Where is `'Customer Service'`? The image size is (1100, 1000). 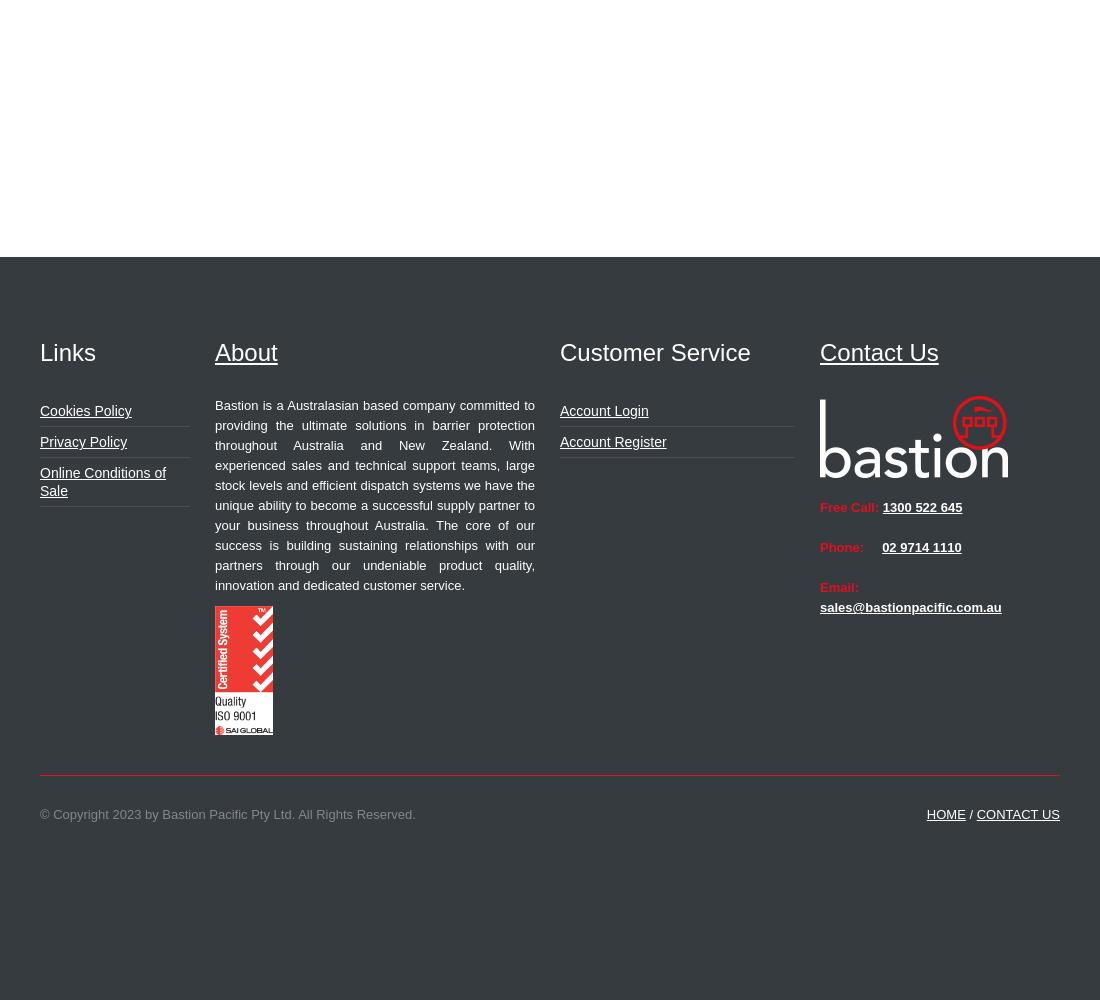
'Customer Service' is located at coordinates (655, 351).